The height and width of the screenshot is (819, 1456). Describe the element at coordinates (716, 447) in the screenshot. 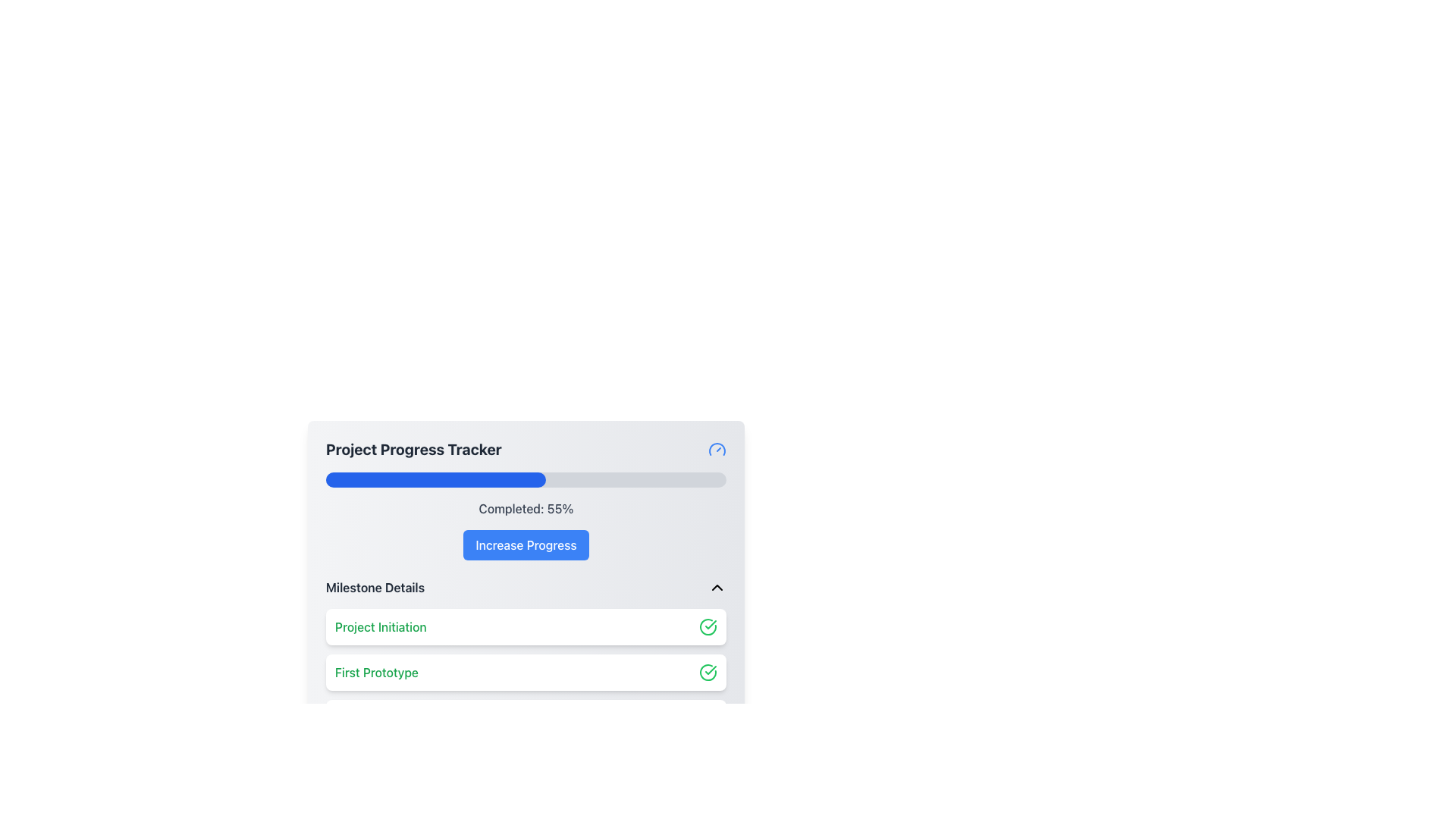

I see `the larger circular arc of the SVG gauge icon located in the top-right of the progress tracker interface` at that location.